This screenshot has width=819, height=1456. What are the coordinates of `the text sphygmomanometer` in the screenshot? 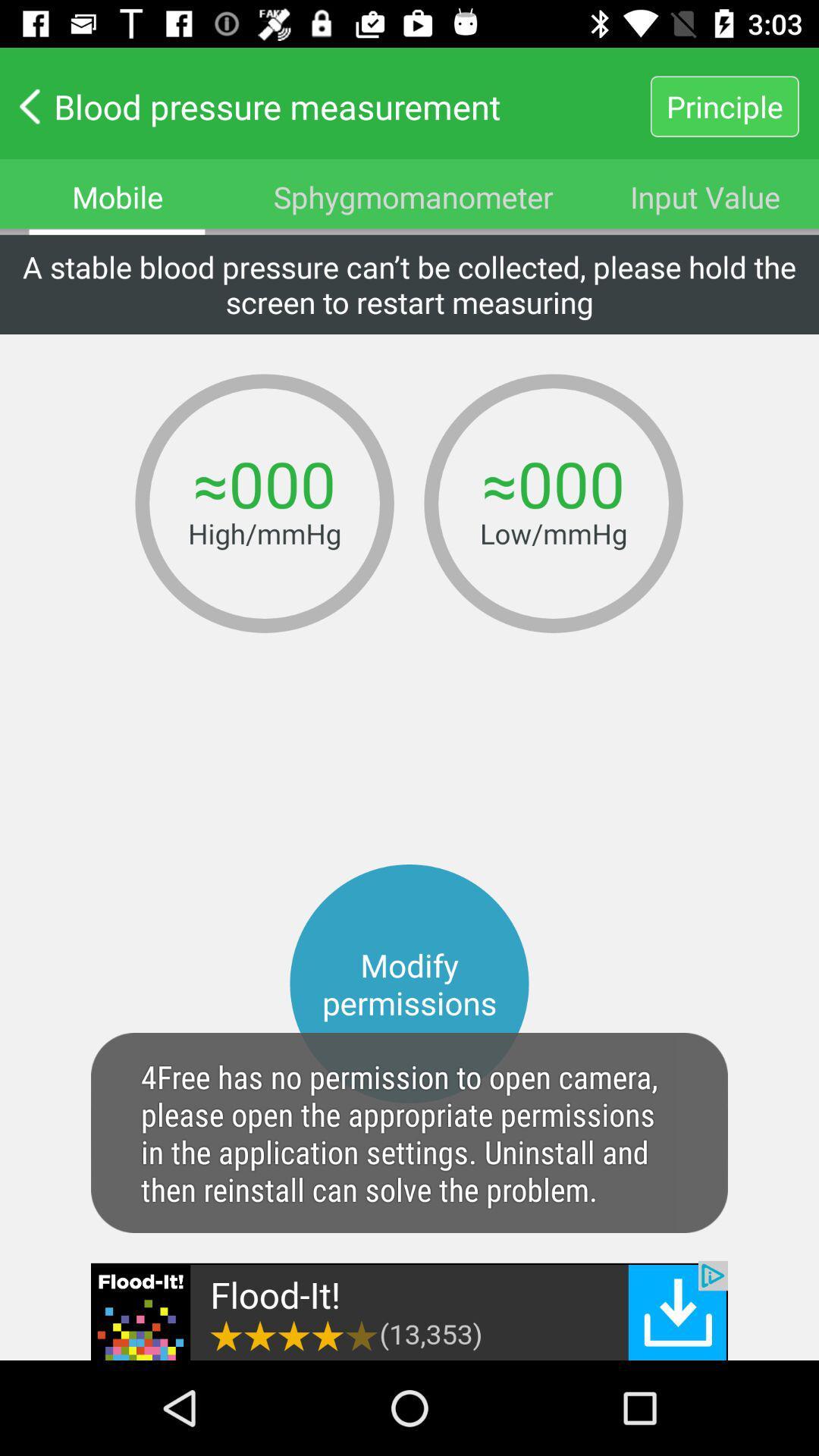 It's located at (414, 196).